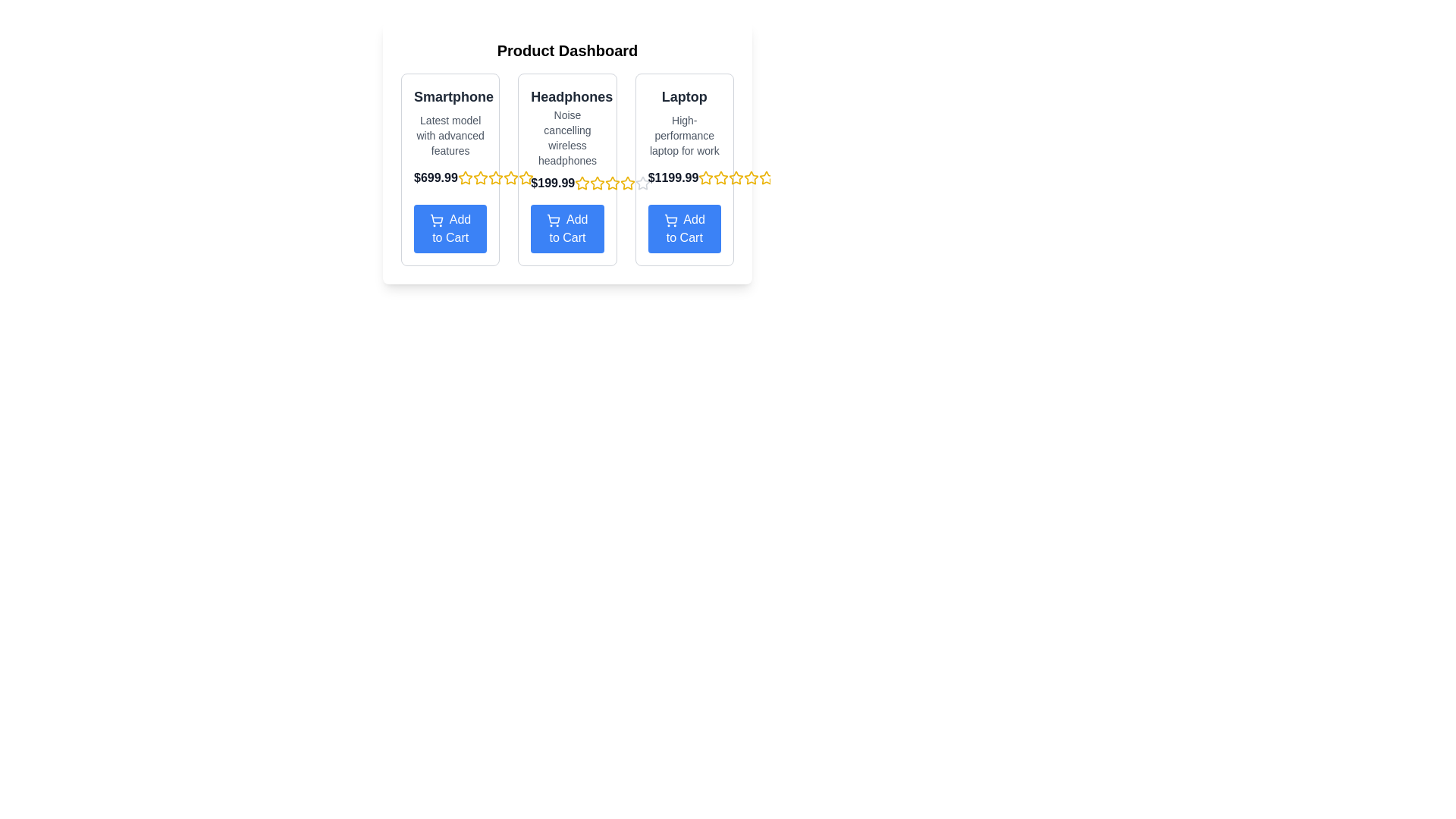 The image size is (1456, 819). Describe the element at coordinates (526, 177) in the screenshot. I see `the eighth star icon in the rating system for the 'Headphones' product to change the rating` at that location.